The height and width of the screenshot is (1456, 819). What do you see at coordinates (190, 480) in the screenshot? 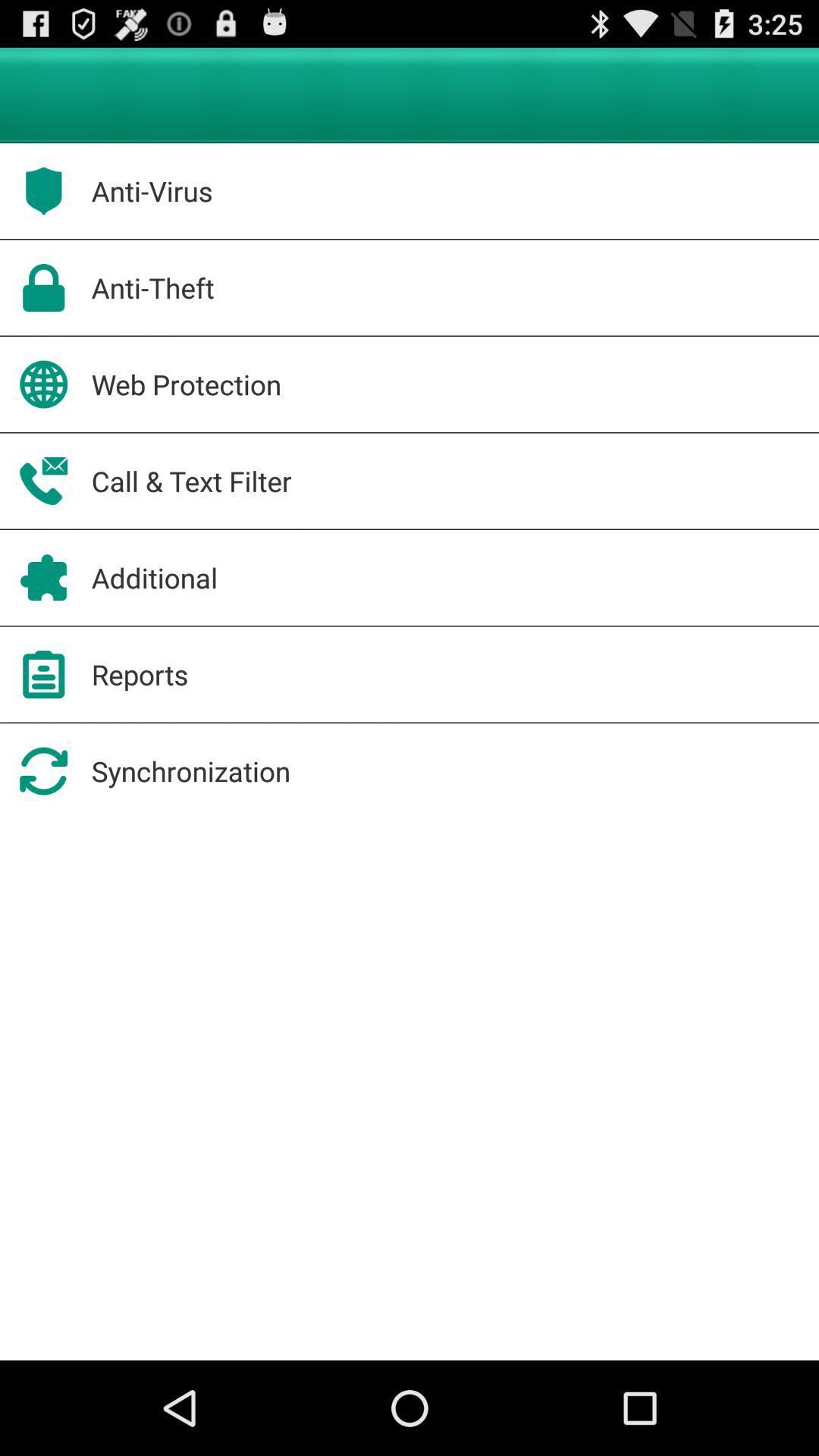
I see `the item above the additional` at bounding box center [190, 480].